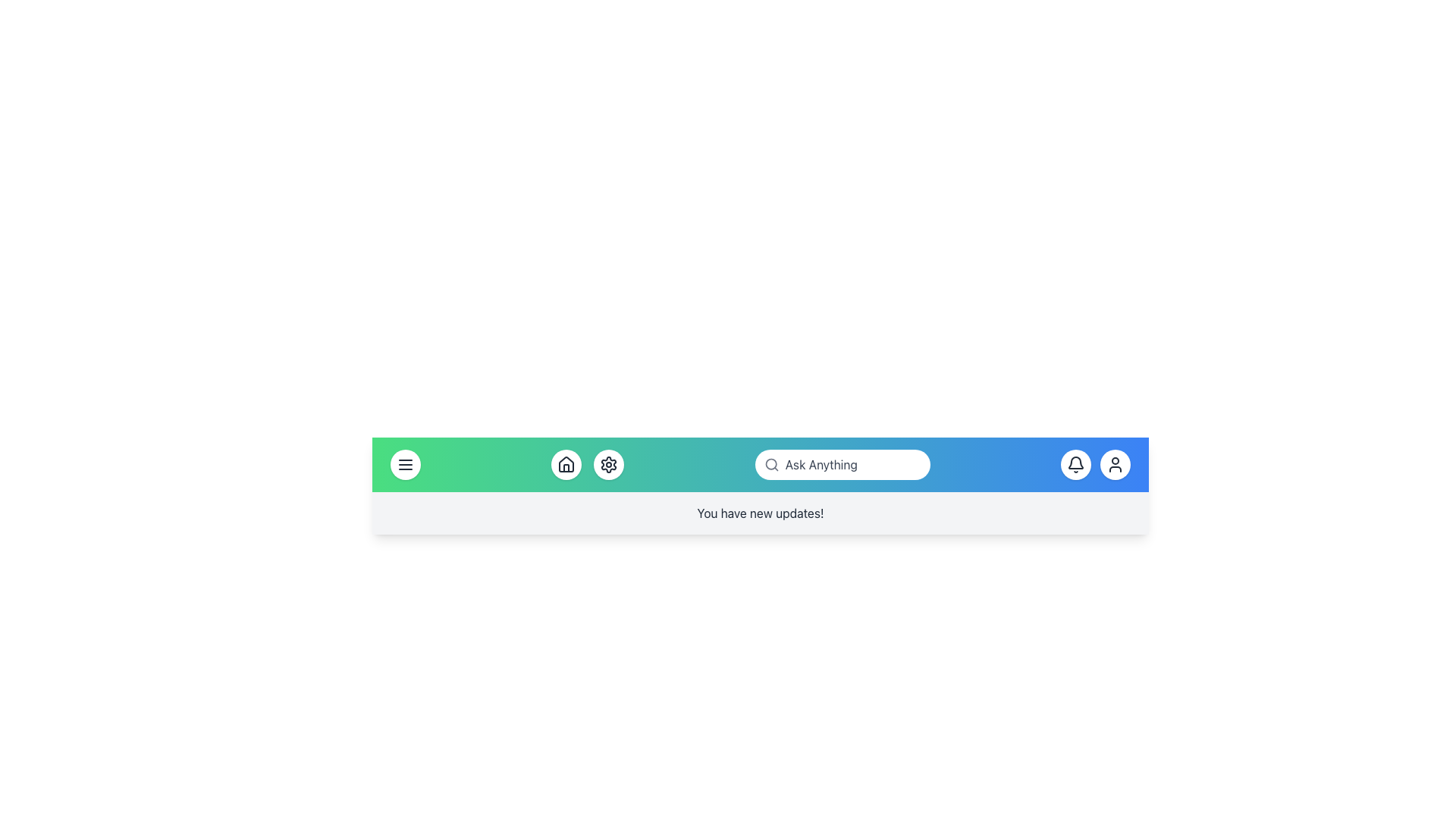 This screenshot has height=819, width=1456. What do you see at coordinates (1115, 464) in the screenshot?
I see `the circular button with a white background and light blue border, featuring a black user silhouette icon, located on the far-right side of the top navigation bar` at bounding box center [1115, 464].